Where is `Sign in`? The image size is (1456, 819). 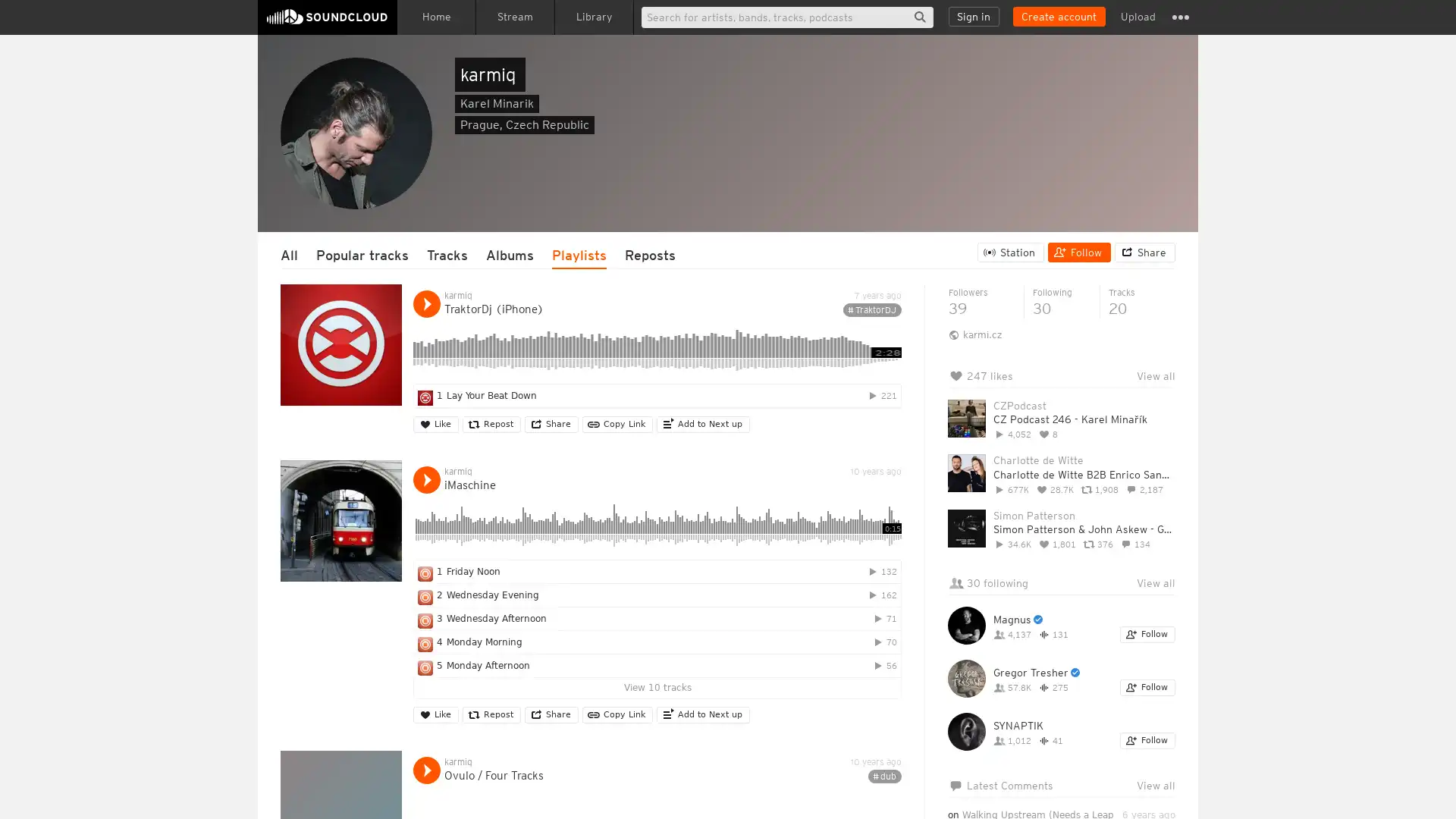 Sign in is located at coordinates (974, 17).